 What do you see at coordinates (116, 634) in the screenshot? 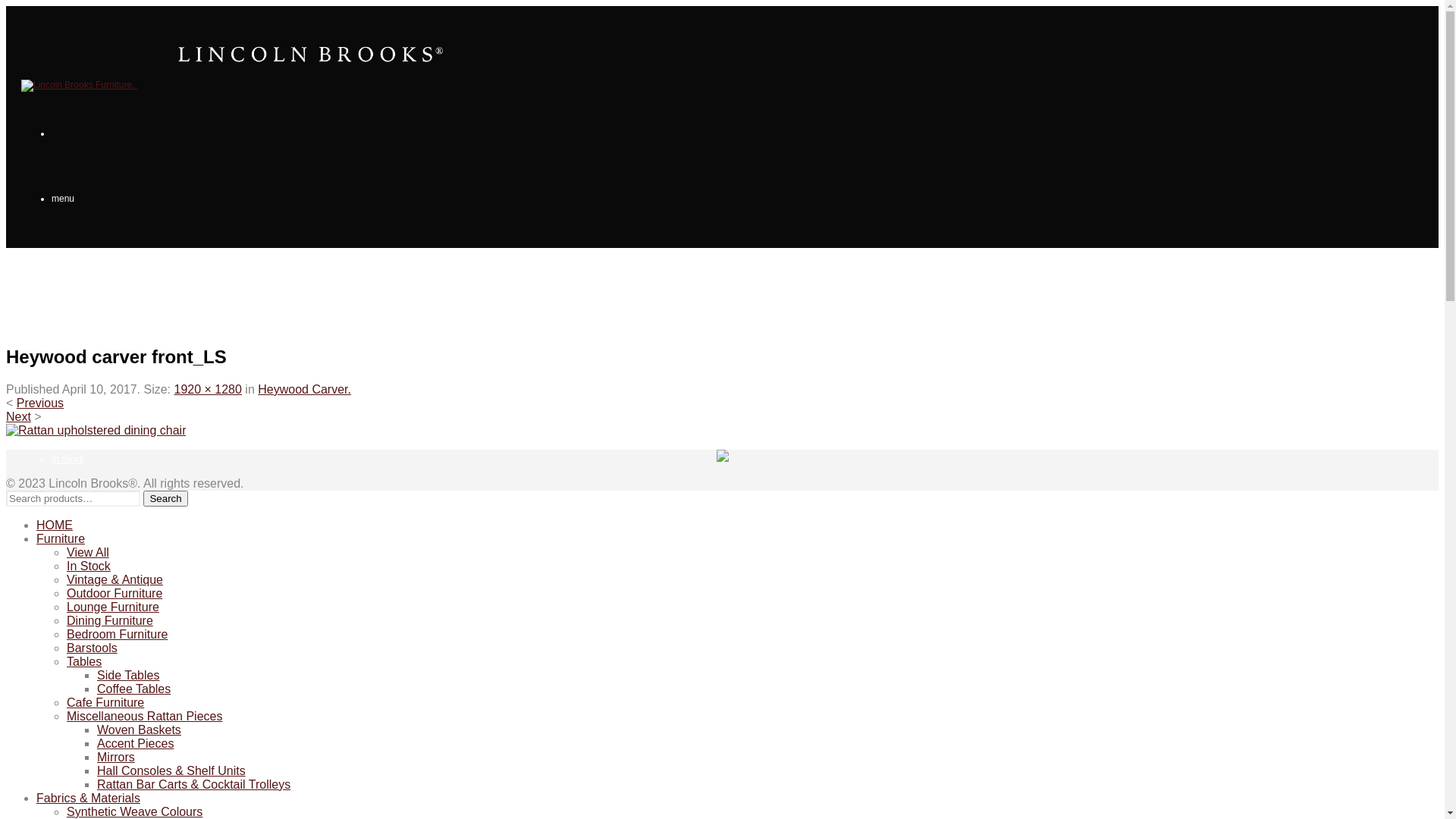
I see `'Bedroom Furniture'` at bounding box center [116, 634].